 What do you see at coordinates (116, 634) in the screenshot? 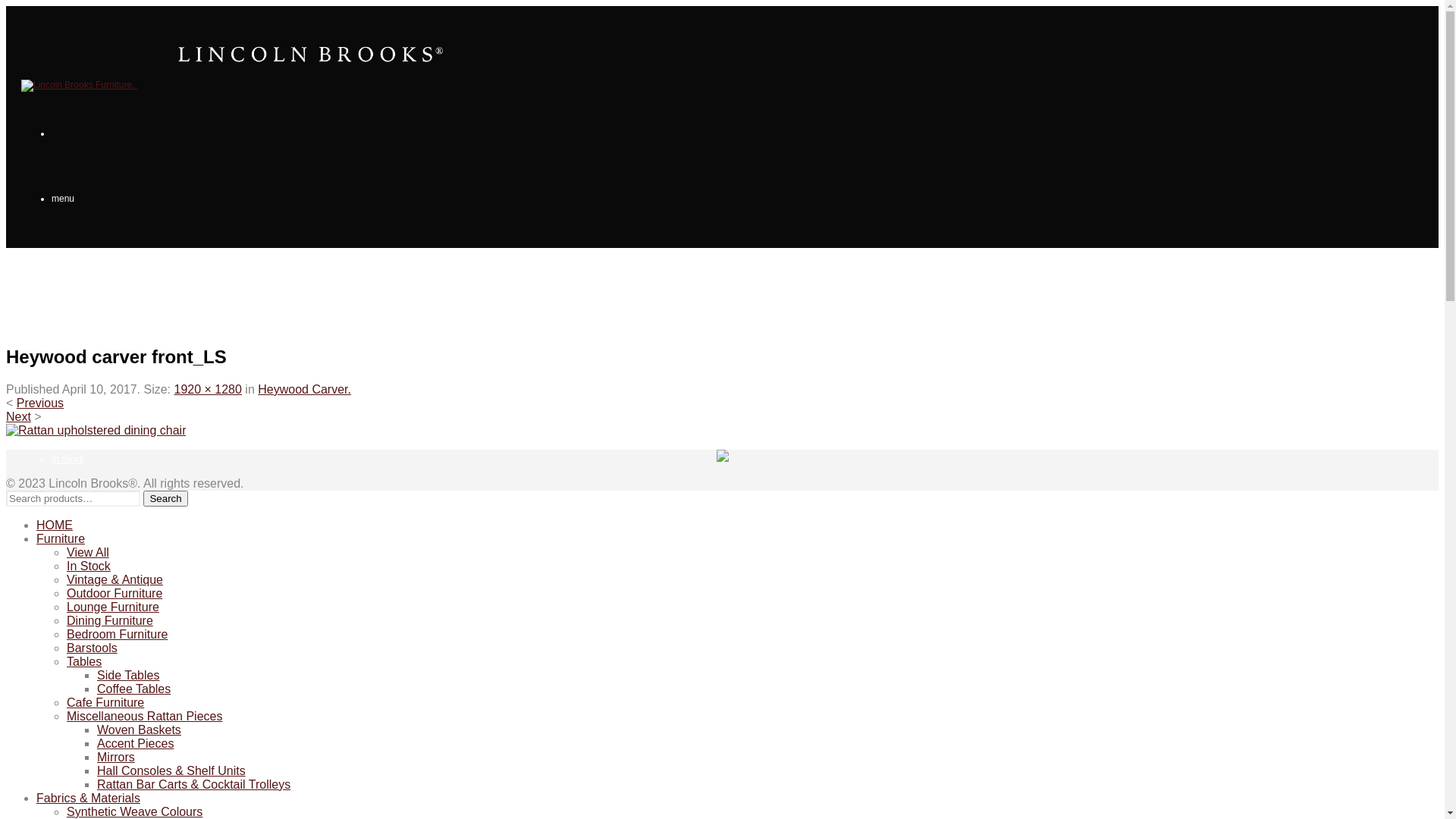
I see `'Bedroom Furniture'` at bounding box center [116, 634].